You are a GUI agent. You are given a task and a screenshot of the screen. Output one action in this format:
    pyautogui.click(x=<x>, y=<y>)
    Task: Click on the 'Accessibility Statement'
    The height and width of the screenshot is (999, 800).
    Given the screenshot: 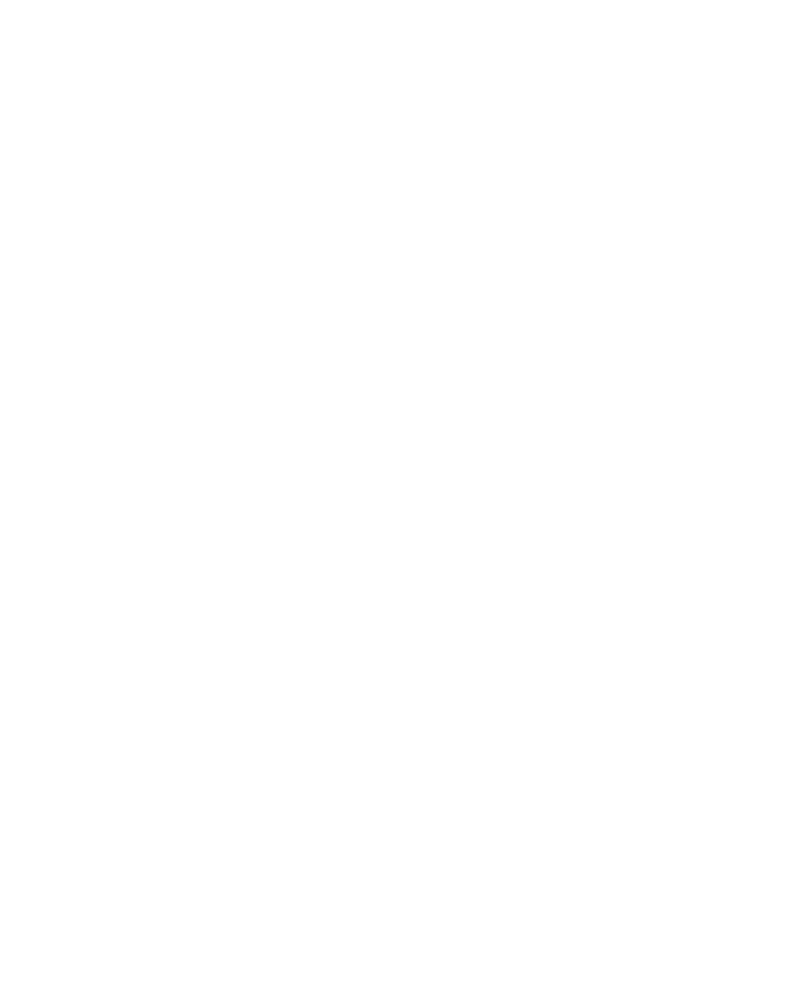 What is the action you would take?
    pyautogui.click(x=494, y=816)
    